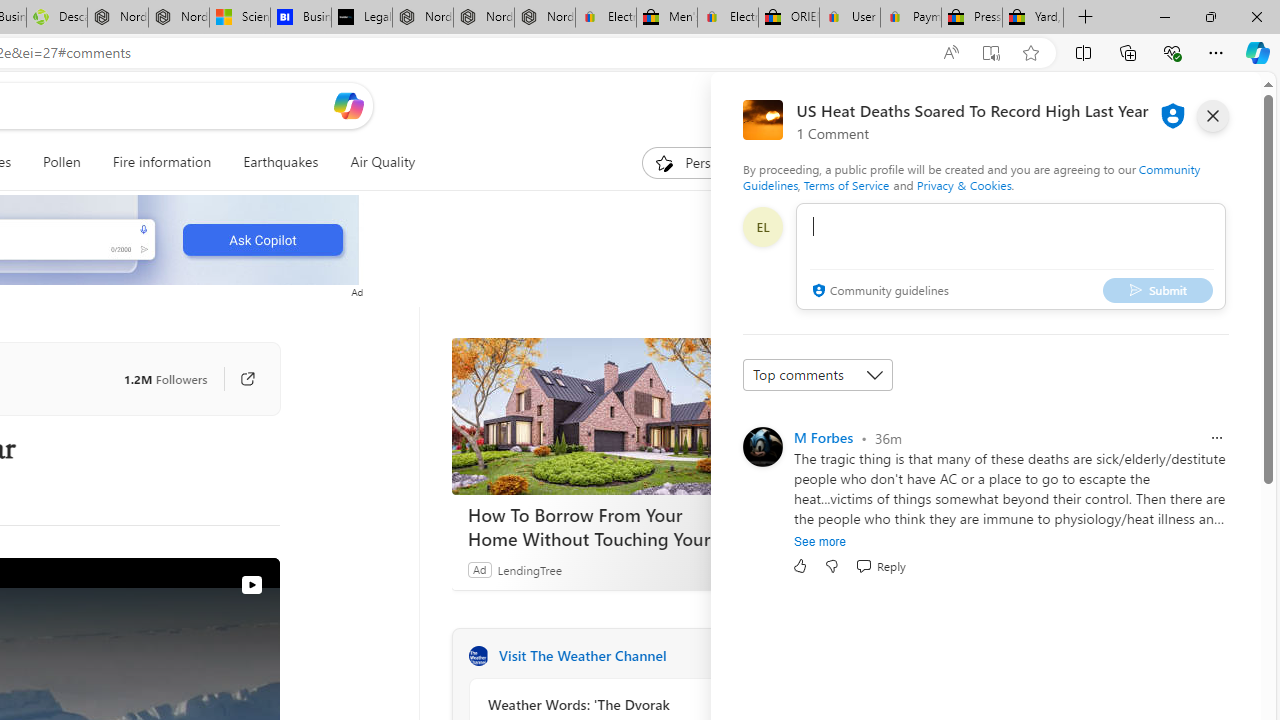 Image resolution: width=1280 pixels, height=720 pixels. Describe the element at coordinates (761, 446) in the screenshot. I see `'Profile Picture'` at that location.